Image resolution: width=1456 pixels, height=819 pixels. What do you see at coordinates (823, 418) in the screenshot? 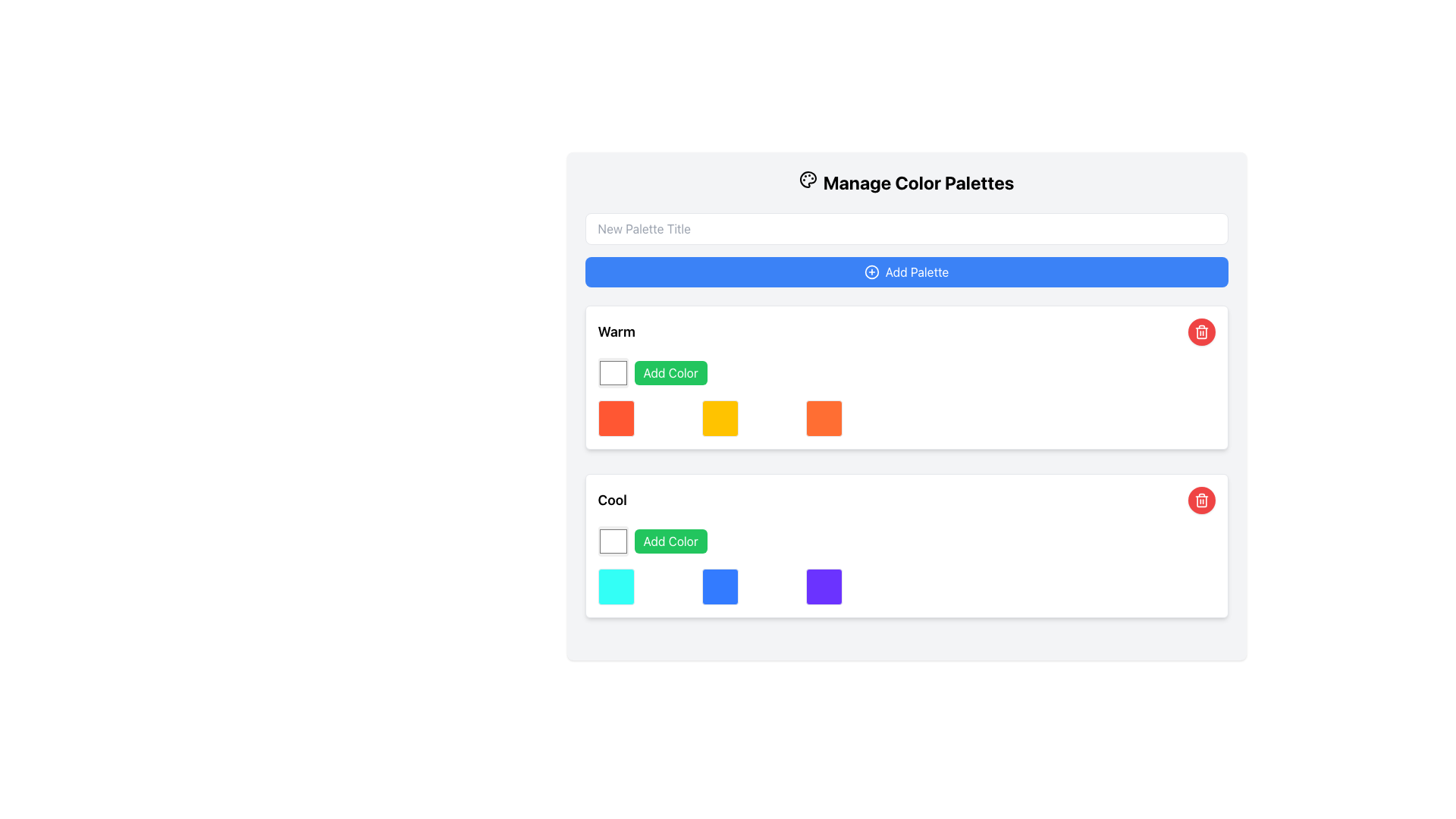
I see `the Color Picker Button, which is the third item in the row of colored elements under the 'Warm' section` at bounding box center [823, 418].